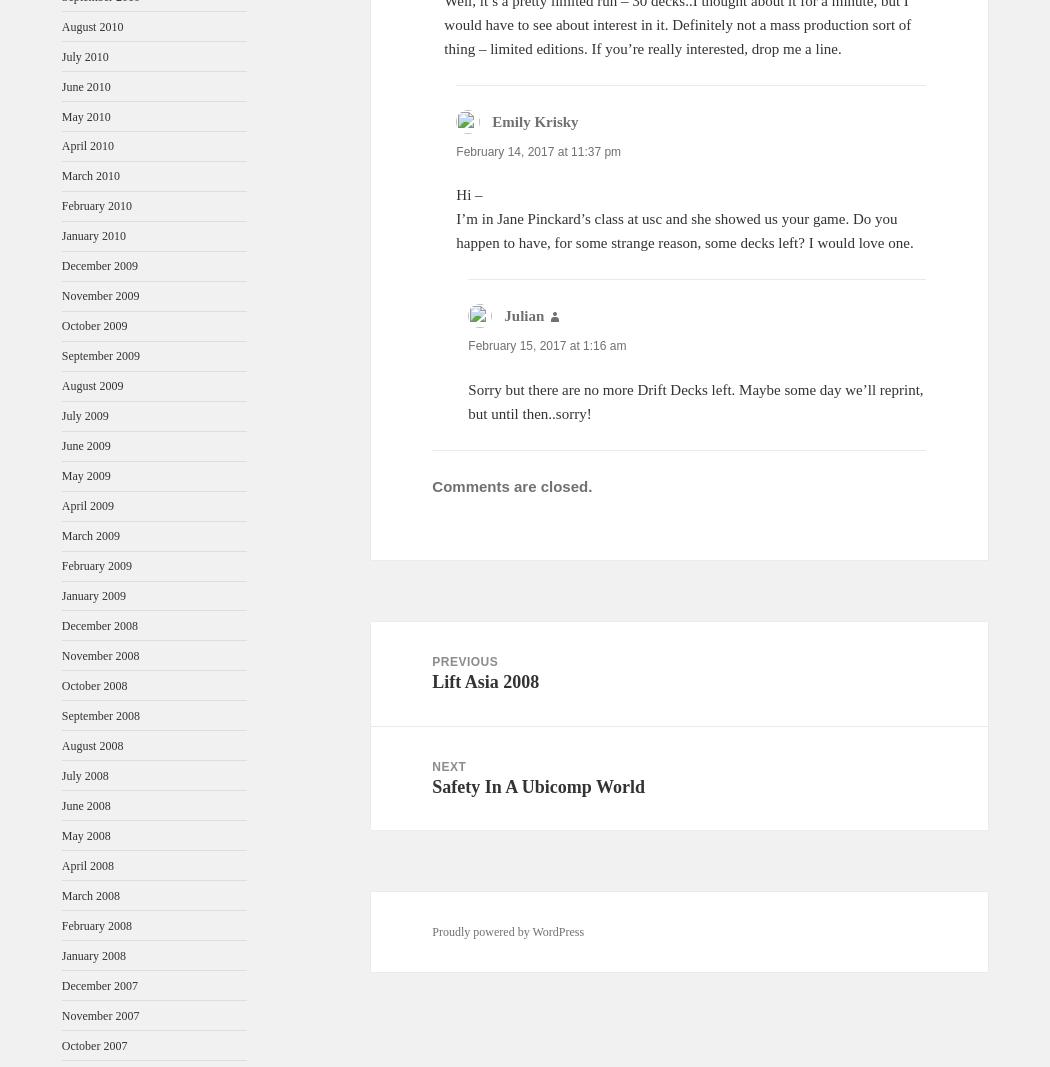  I want to click on 'August 2010', so click(91, 25).